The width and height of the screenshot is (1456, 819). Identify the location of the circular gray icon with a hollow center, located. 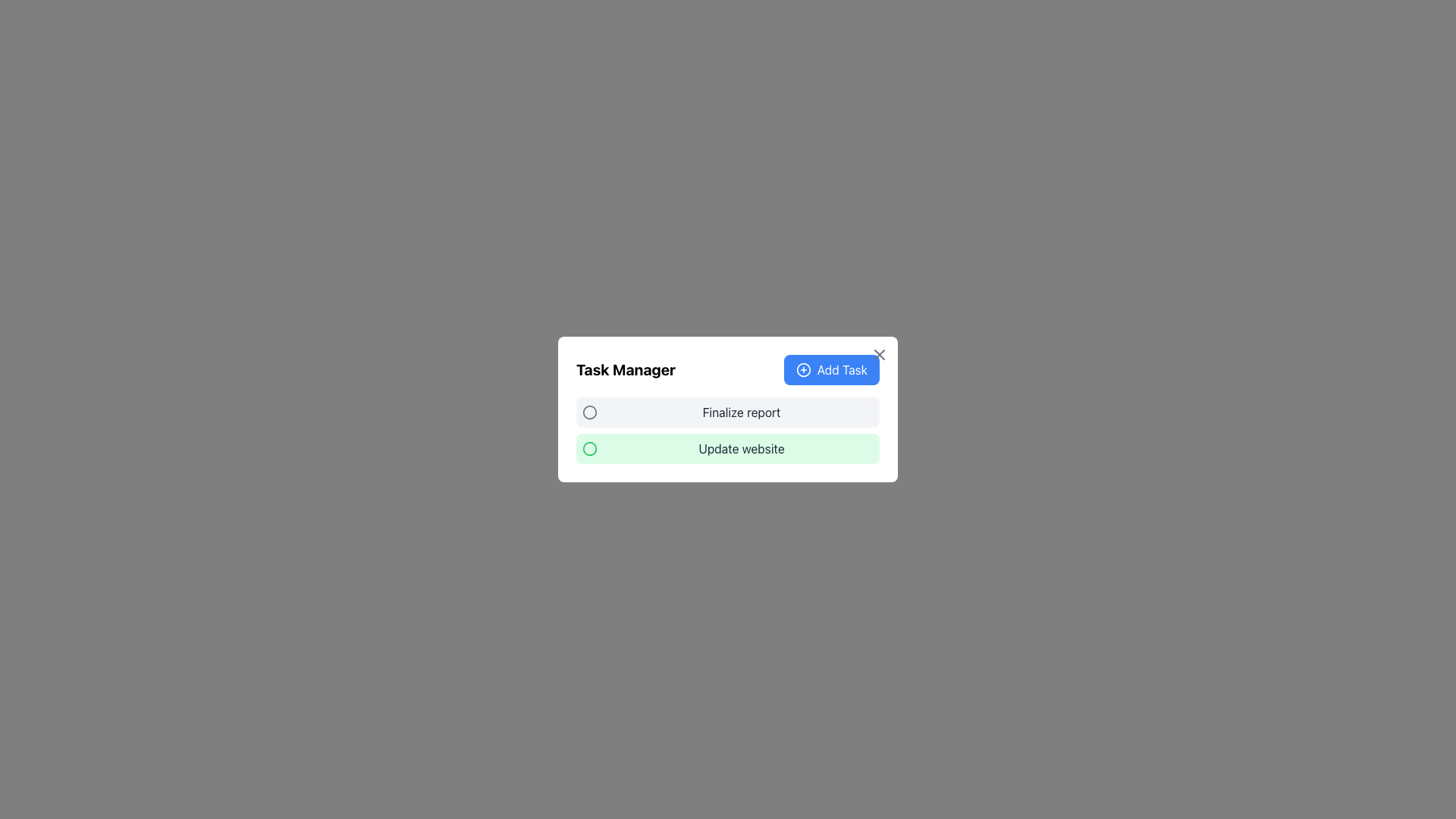
(588, 412).